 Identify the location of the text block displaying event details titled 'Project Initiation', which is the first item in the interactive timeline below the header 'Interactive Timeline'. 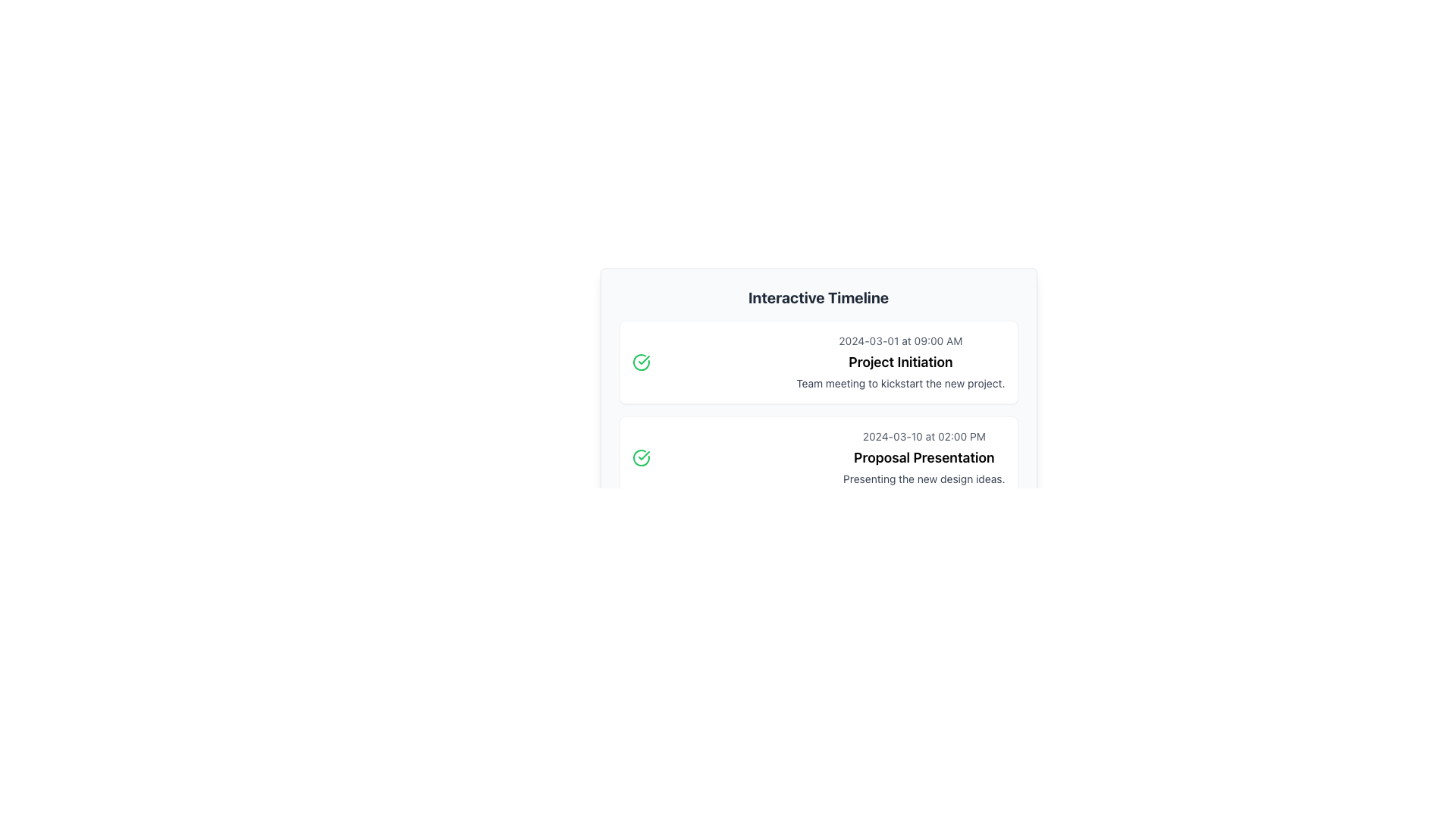
(900, 362).